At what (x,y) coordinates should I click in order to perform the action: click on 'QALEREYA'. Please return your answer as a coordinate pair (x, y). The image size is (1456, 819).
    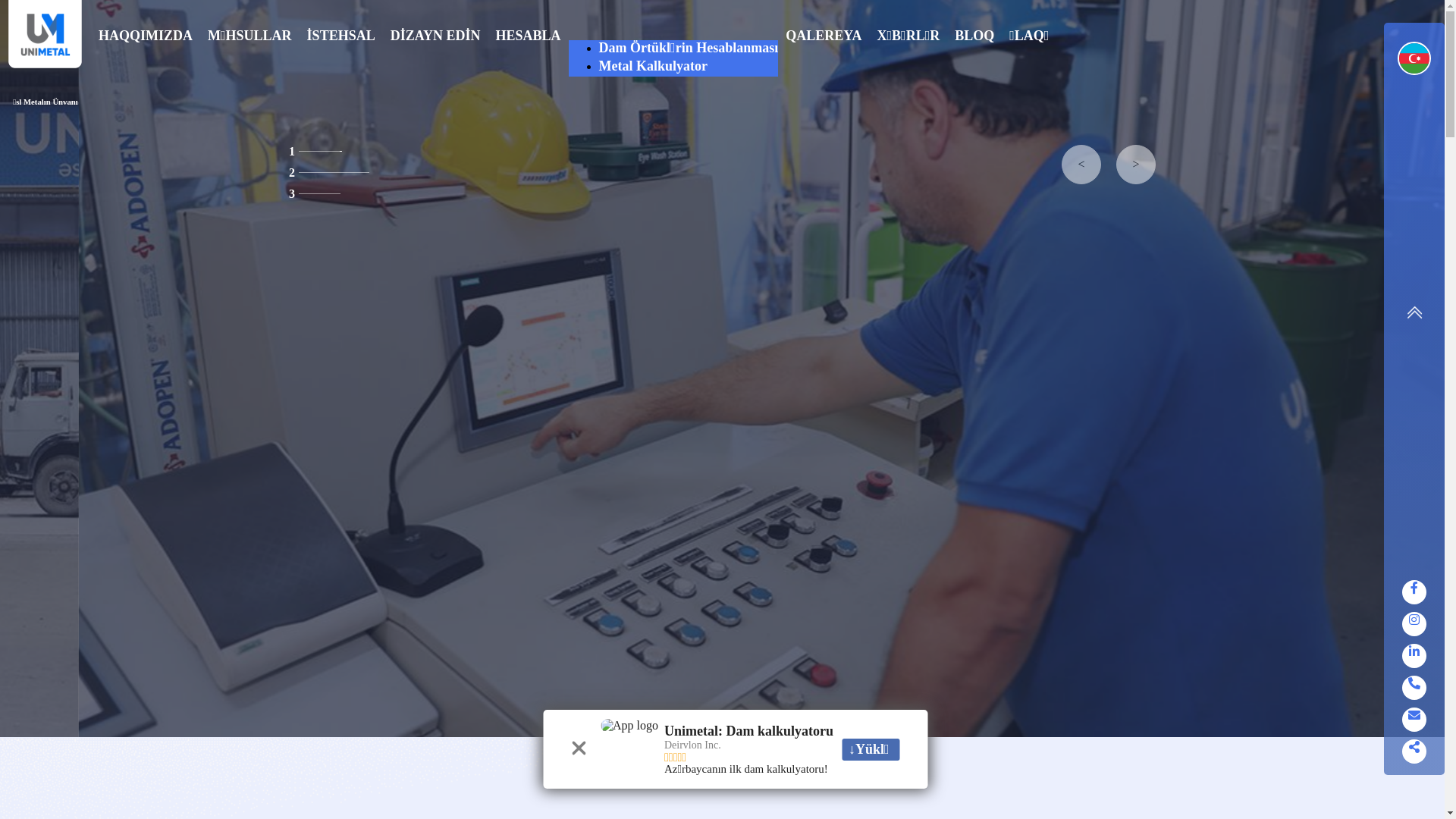
    Looking at the image, I should click on (822, 58).